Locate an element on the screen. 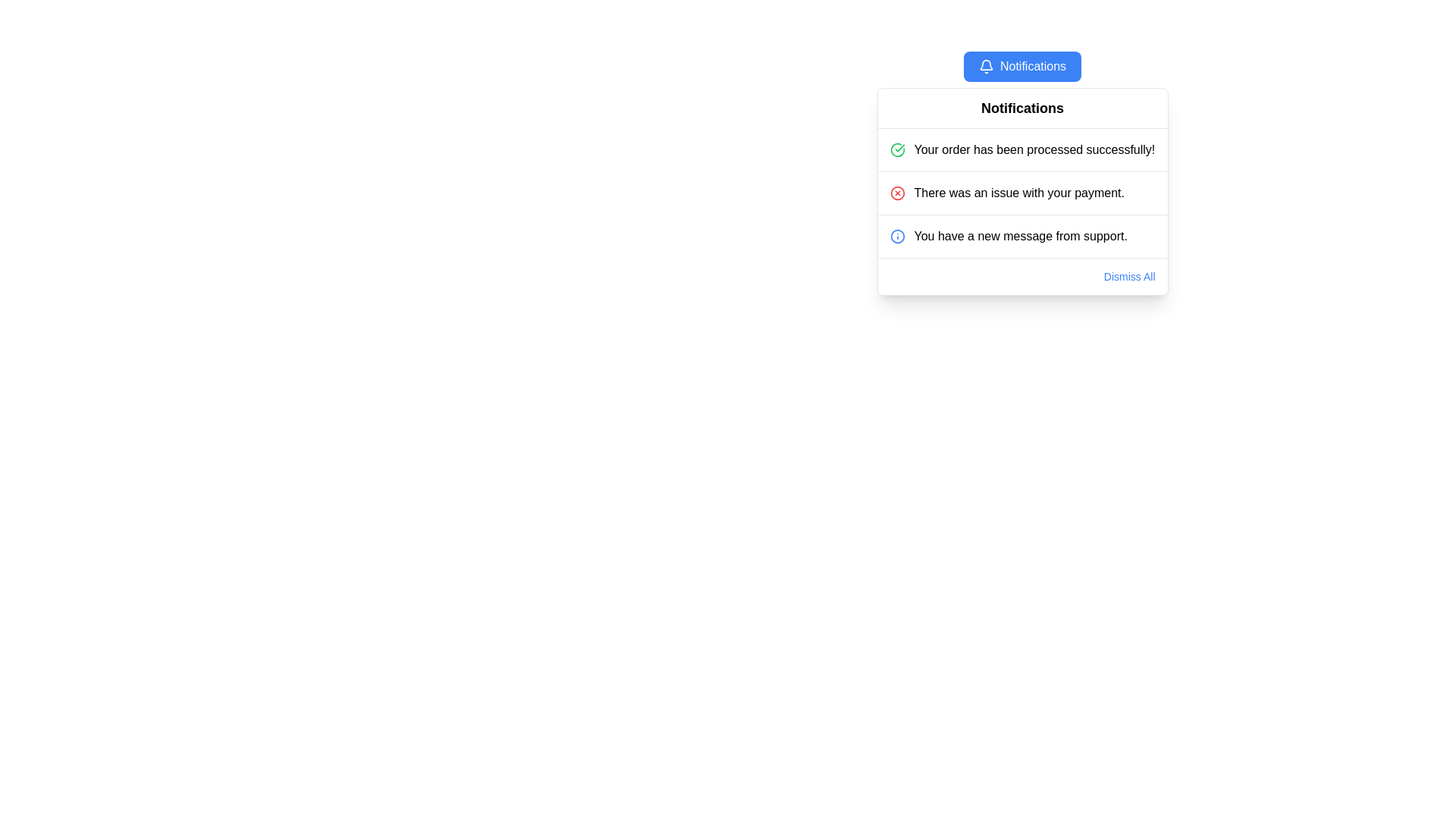 The width and height of the screenshot is (1456, 819). the 'Dismiss All' link in the bottom-right corner of the notification box is located at coordinates (1129, 277).